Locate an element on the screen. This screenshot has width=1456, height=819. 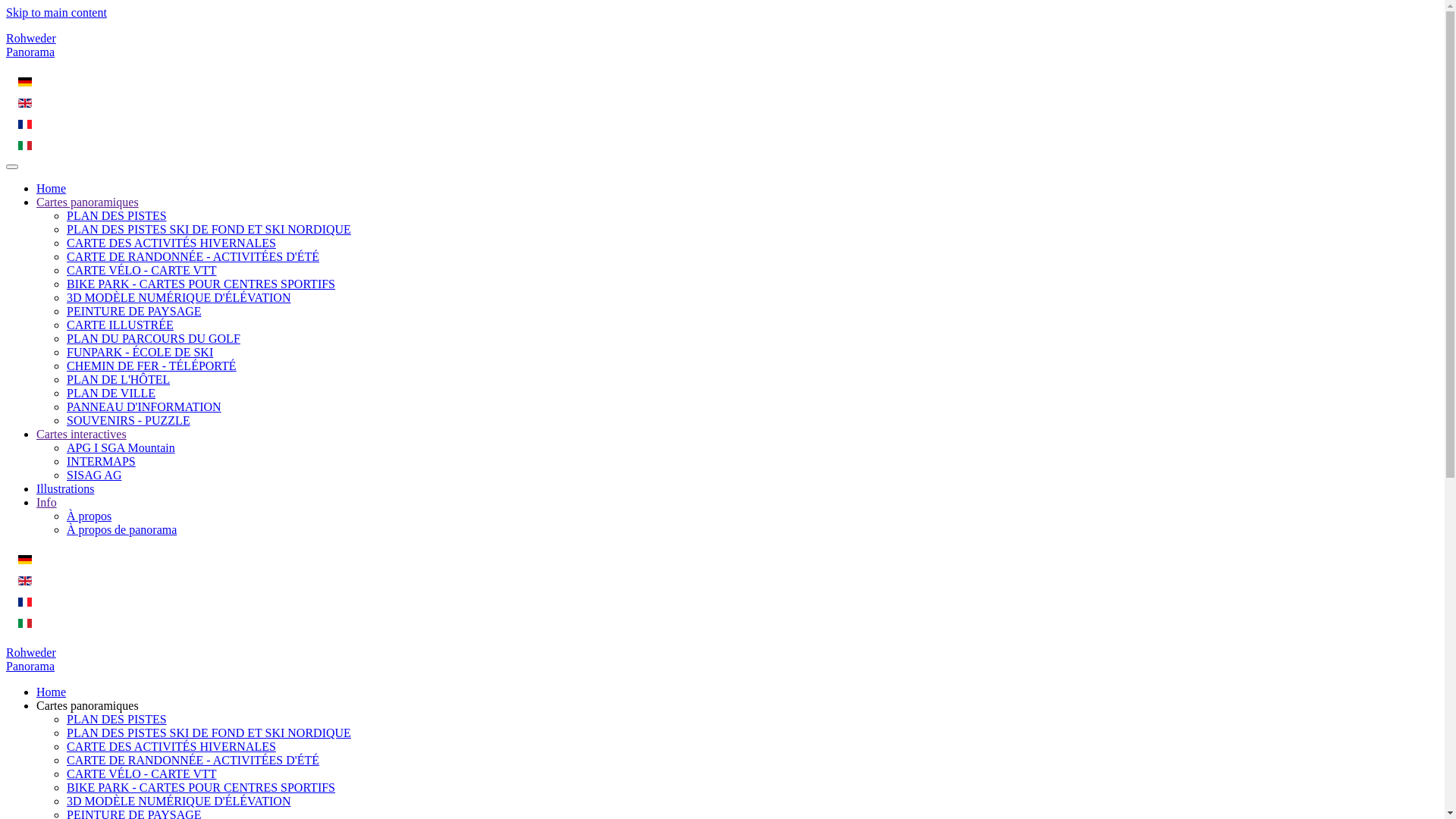
'Illustrations' is located at coordinates (64, 488).